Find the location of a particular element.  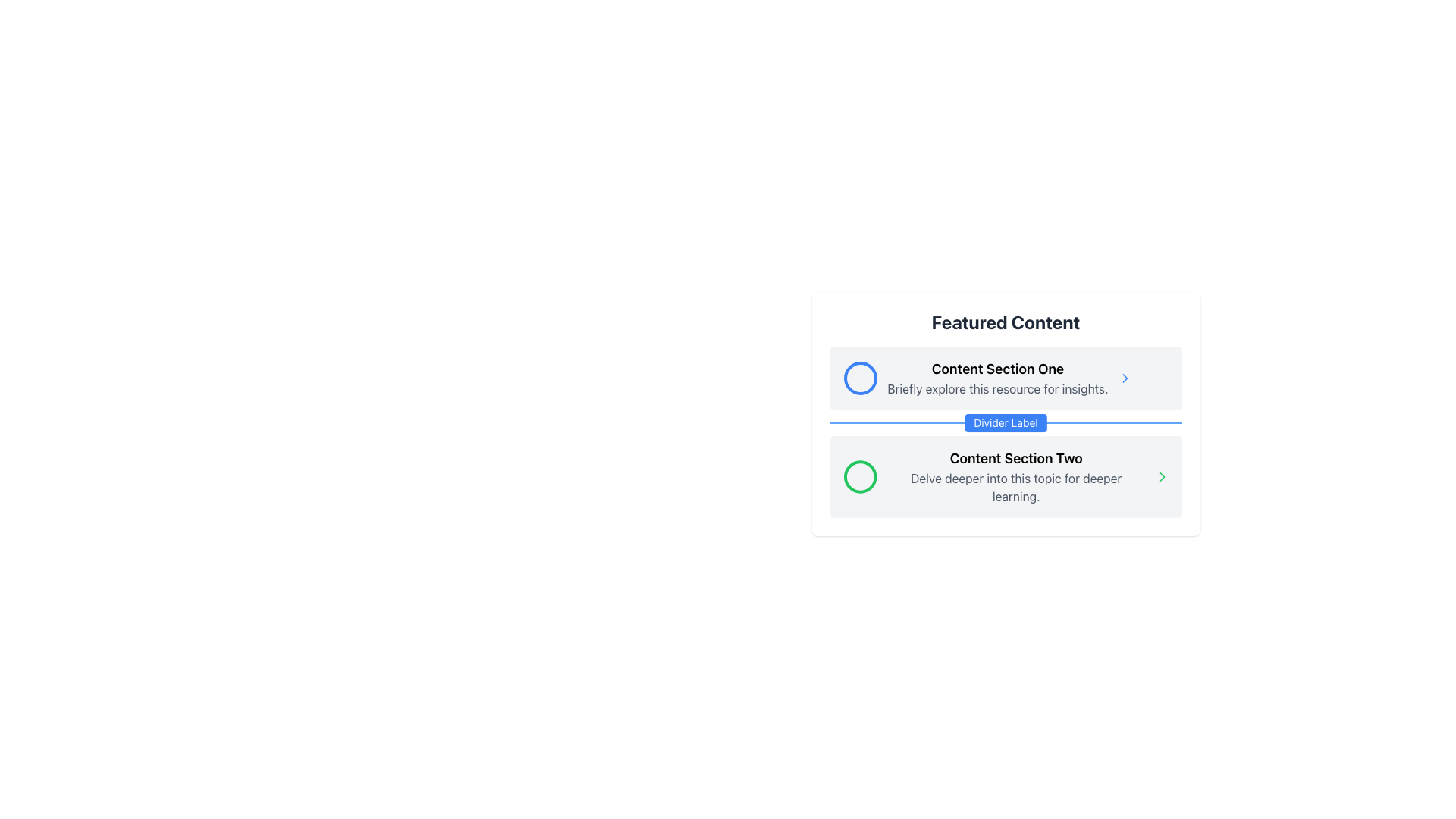

the Chevron icon located at the right edge of the box containing 'Content Section One' is located at coordinates (1125, 377).